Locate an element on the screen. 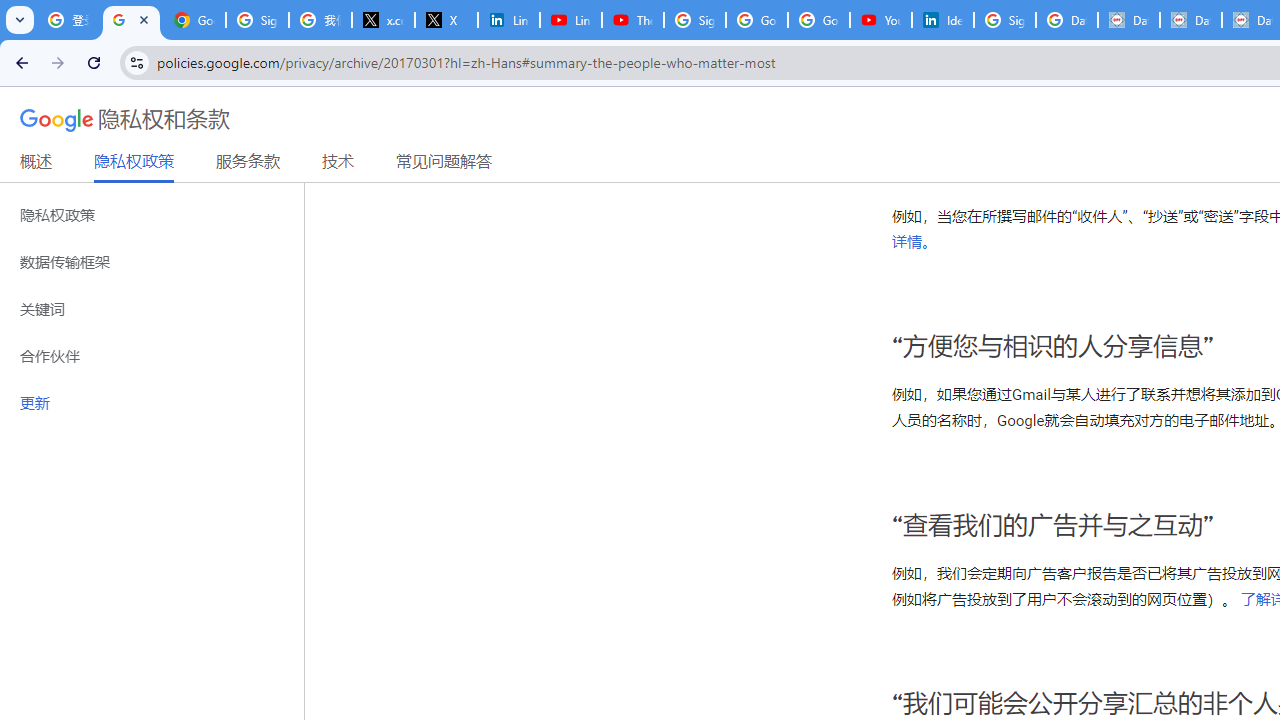  'Data Privacy Framework' is located at coordinates (1128, 20).